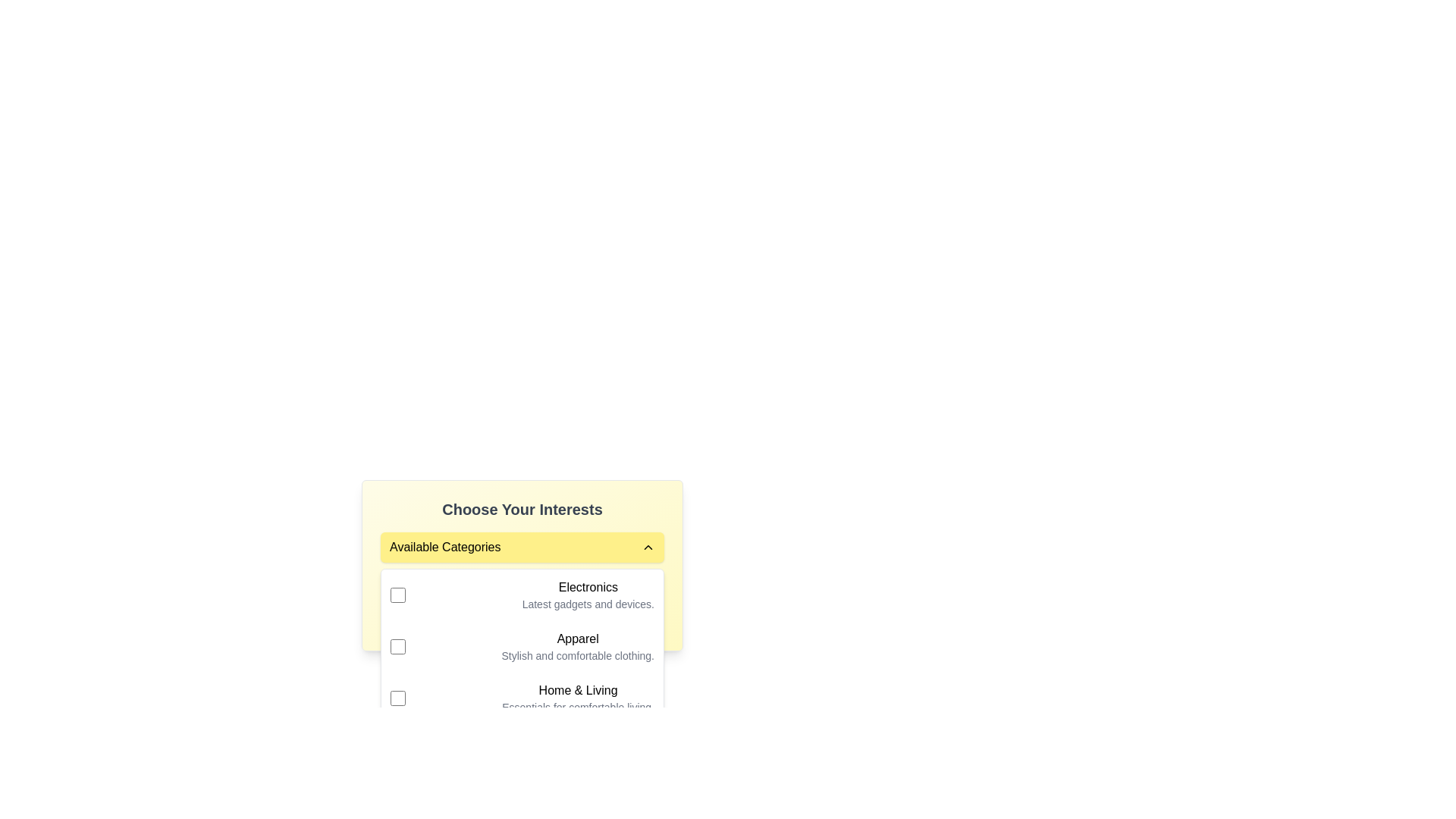 The height and width of the screenshot is (819, 1456). What do you see at coordinates (397, 698) in the screenshot?
I see `the checkbox styled as a square with a yellow border next to the 'Home & Living' text` at bounding box center [397, 698].